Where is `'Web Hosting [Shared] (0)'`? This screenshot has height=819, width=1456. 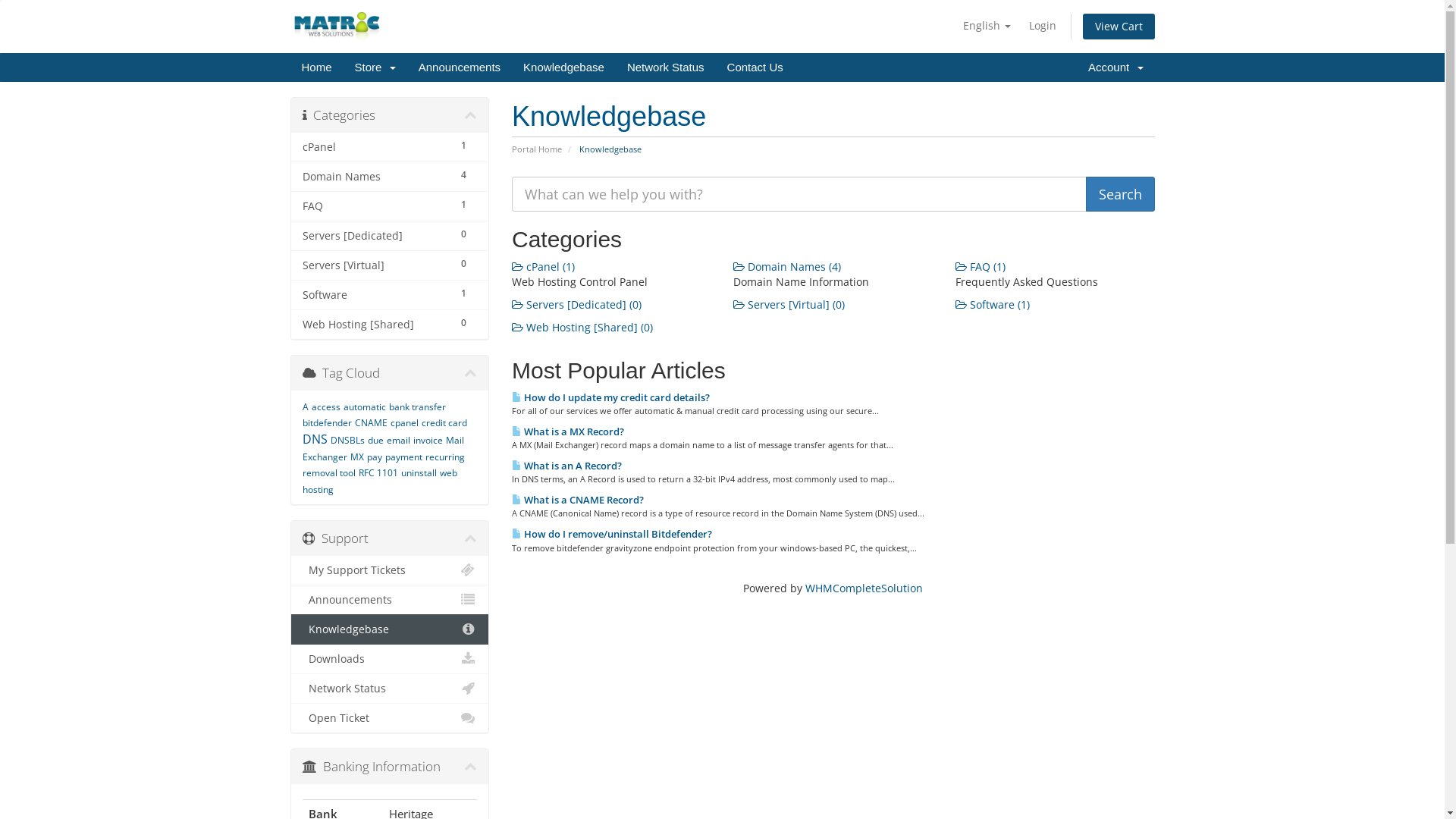 'Web Hosting [Shared] (0)' is located at coordinates (582, 326).